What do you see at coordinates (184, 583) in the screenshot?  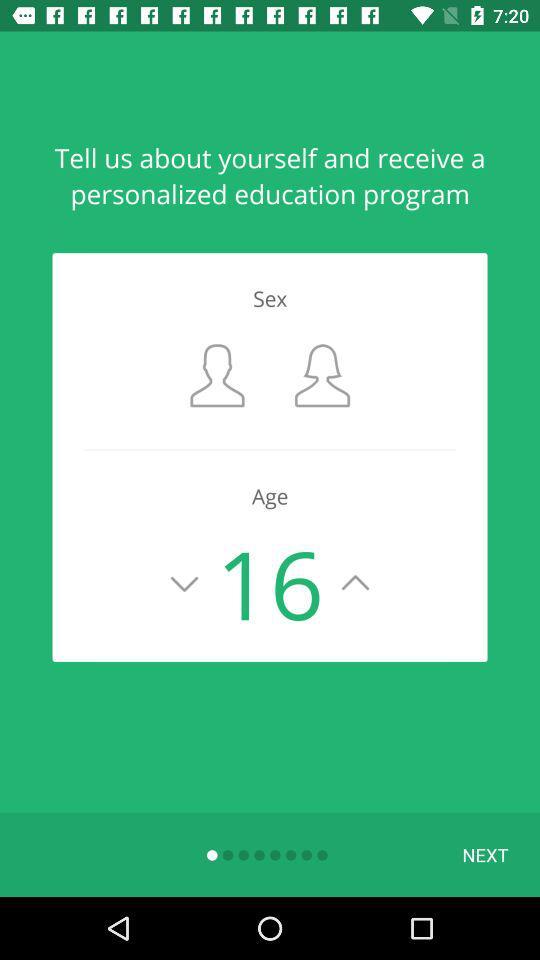 I see `lower age arrow` at bounding box center [184, 583].